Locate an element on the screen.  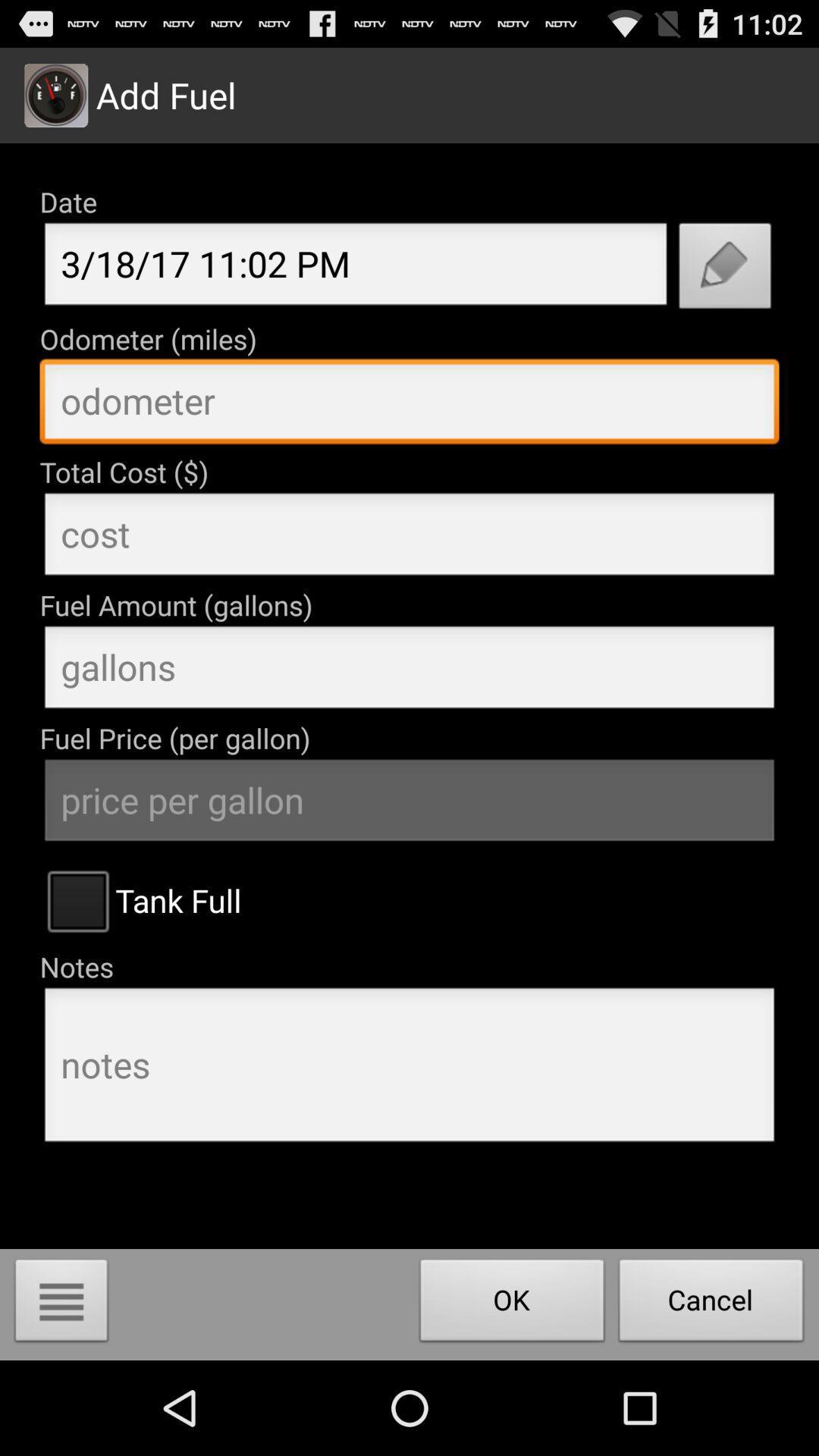
move to the field below fuel amountgallons is located at coordinates (409, 671).